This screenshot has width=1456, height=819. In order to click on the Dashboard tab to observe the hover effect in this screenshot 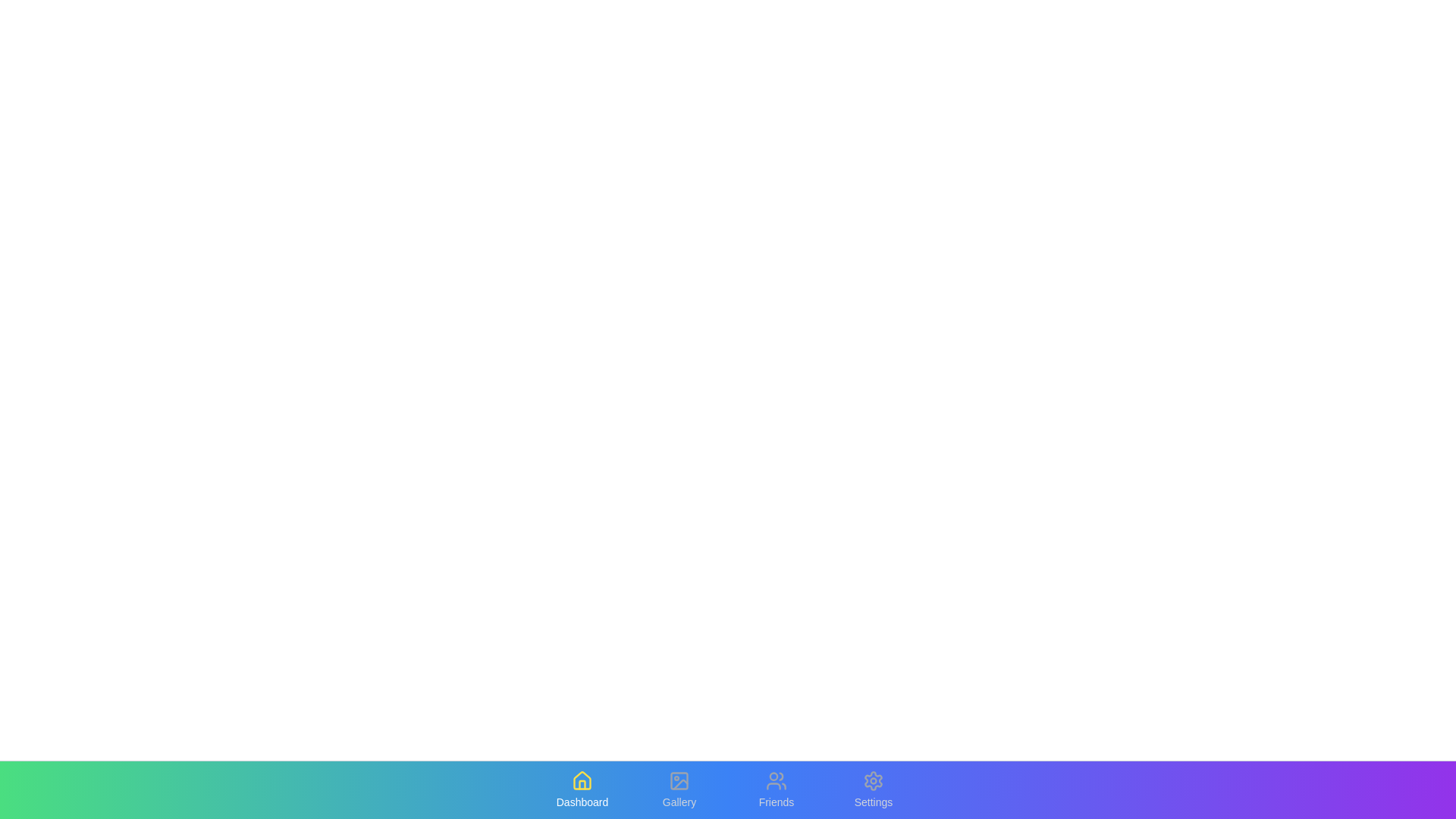, I will do `click(582, 789)`.